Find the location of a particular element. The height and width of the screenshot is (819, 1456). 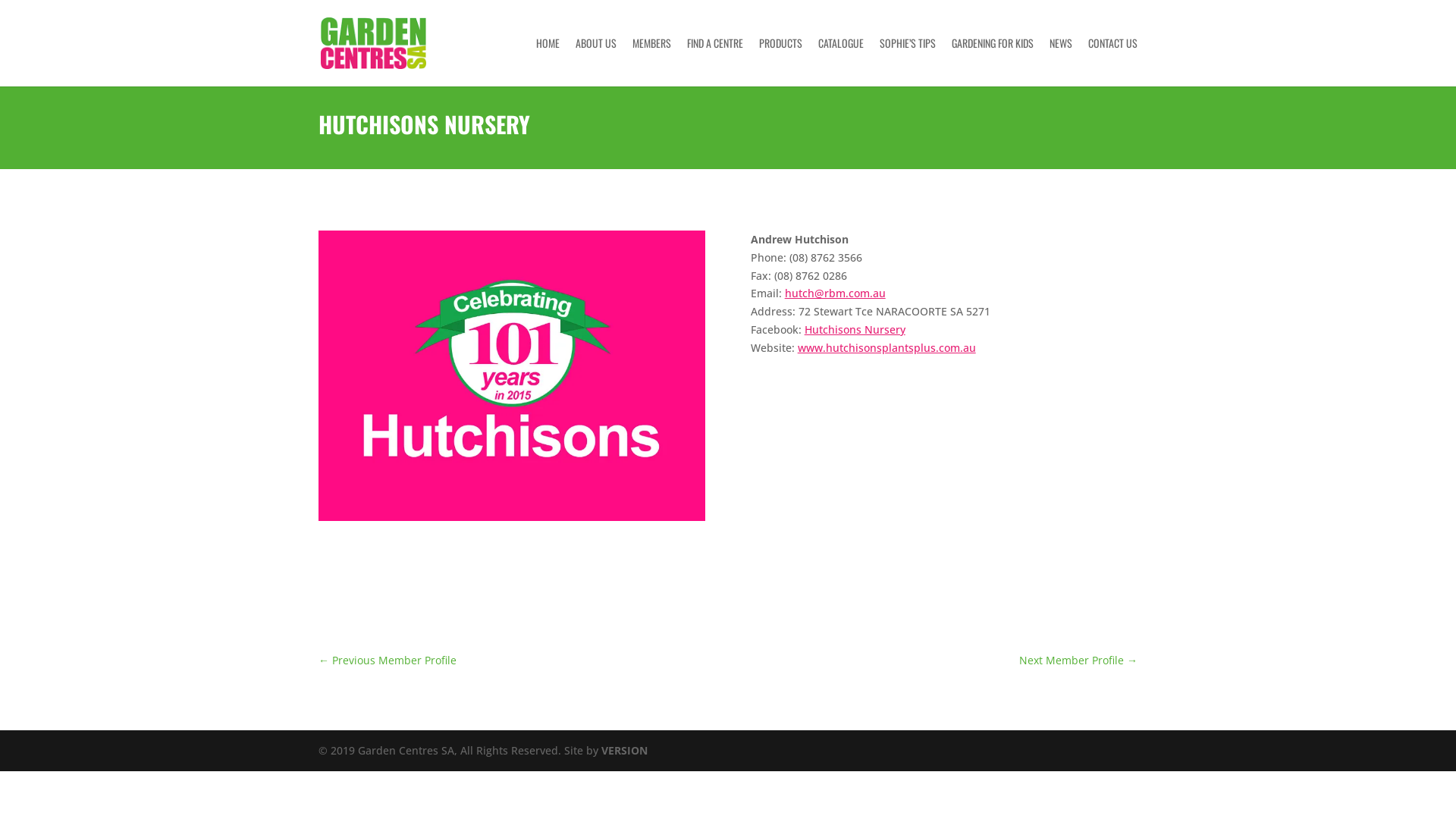

'GARDENING FOR KIDS' is located at coordinates (993, 61).